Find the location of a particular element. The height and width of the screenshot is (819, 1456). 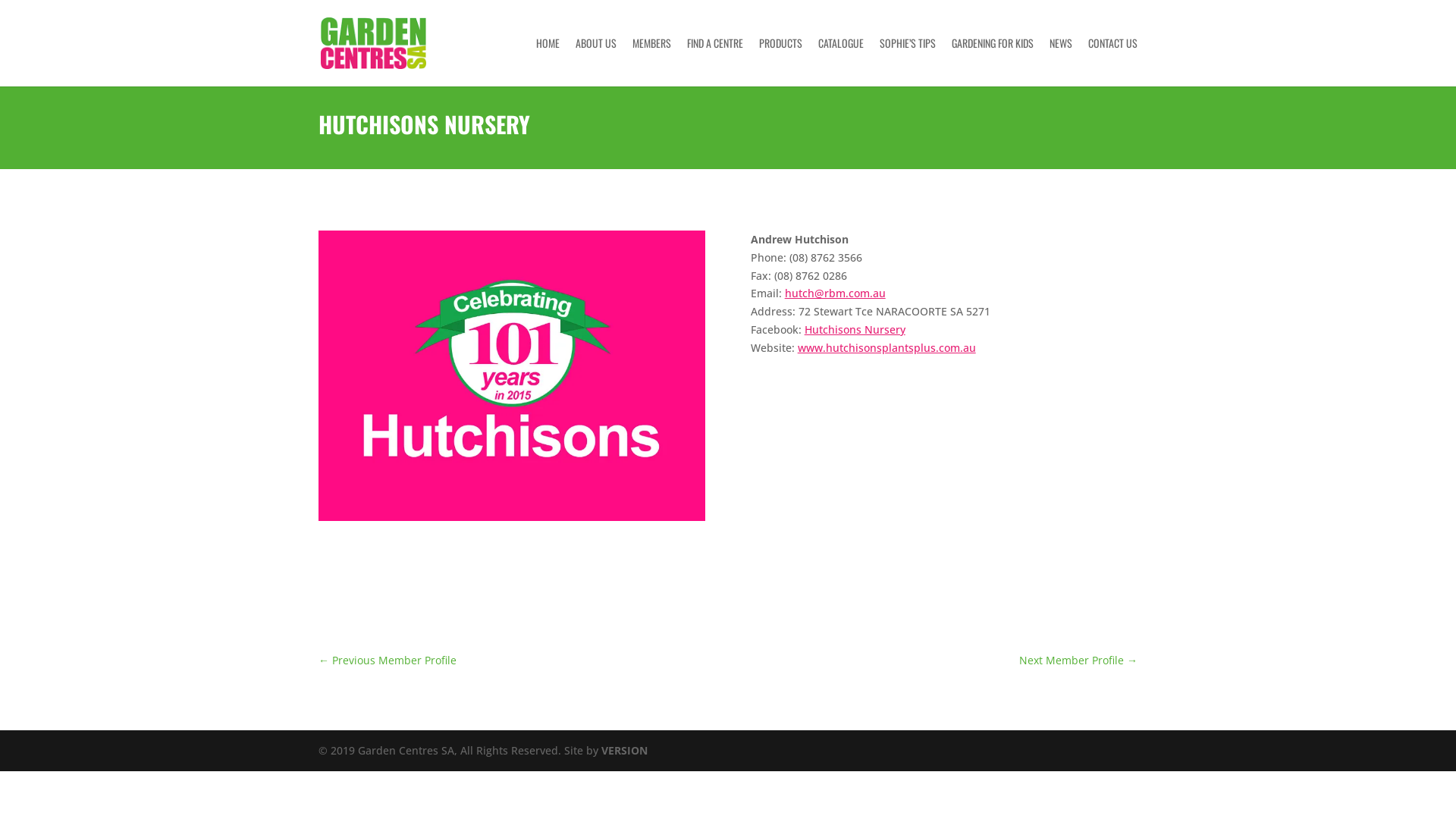

'GARDENING FOR KIDS' is located at coordinates (993, 61).